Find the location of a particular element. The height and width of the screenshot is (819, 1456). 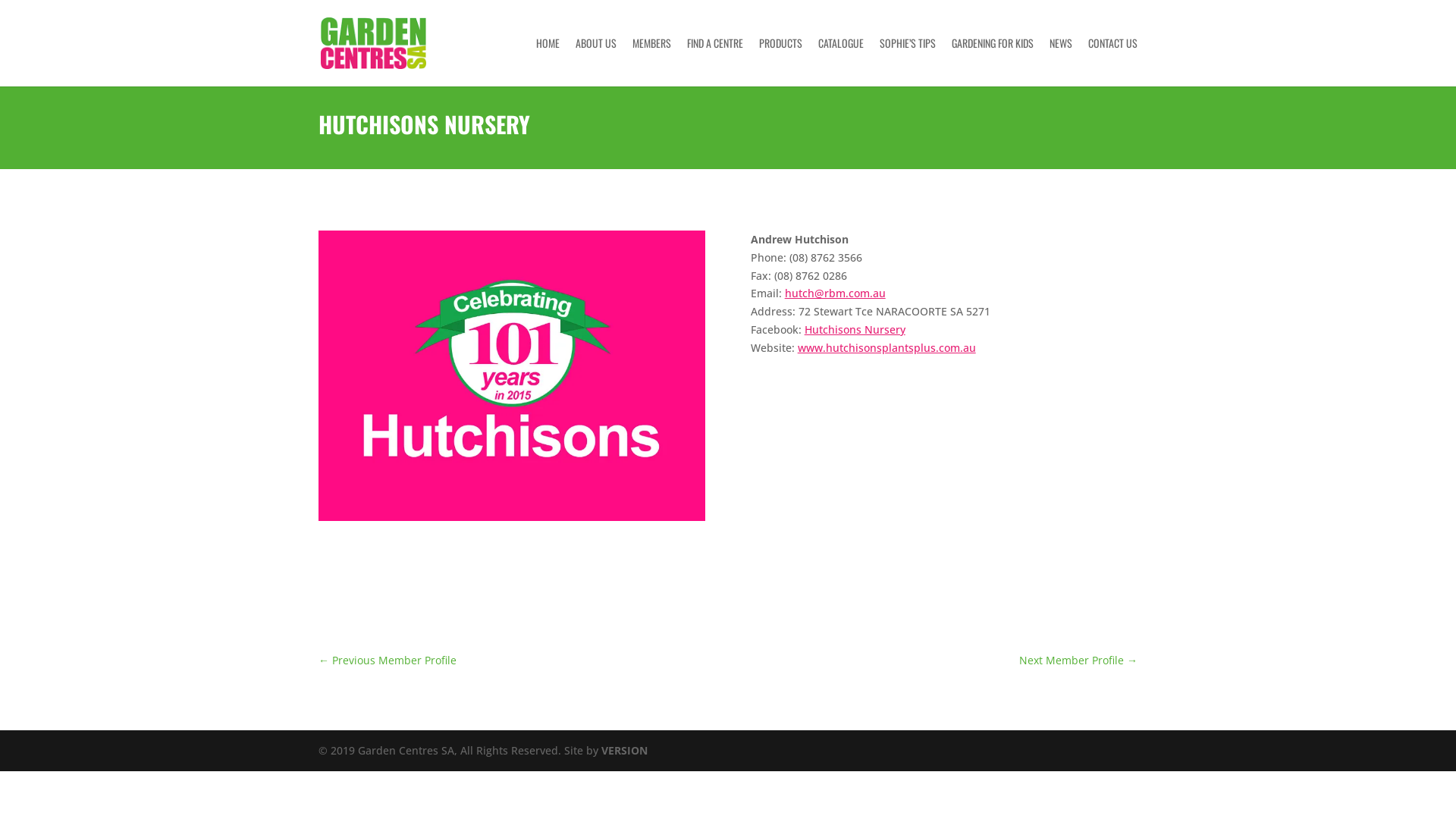

'GARDENING FOR KIDS' is located at coordinates (993, 61).